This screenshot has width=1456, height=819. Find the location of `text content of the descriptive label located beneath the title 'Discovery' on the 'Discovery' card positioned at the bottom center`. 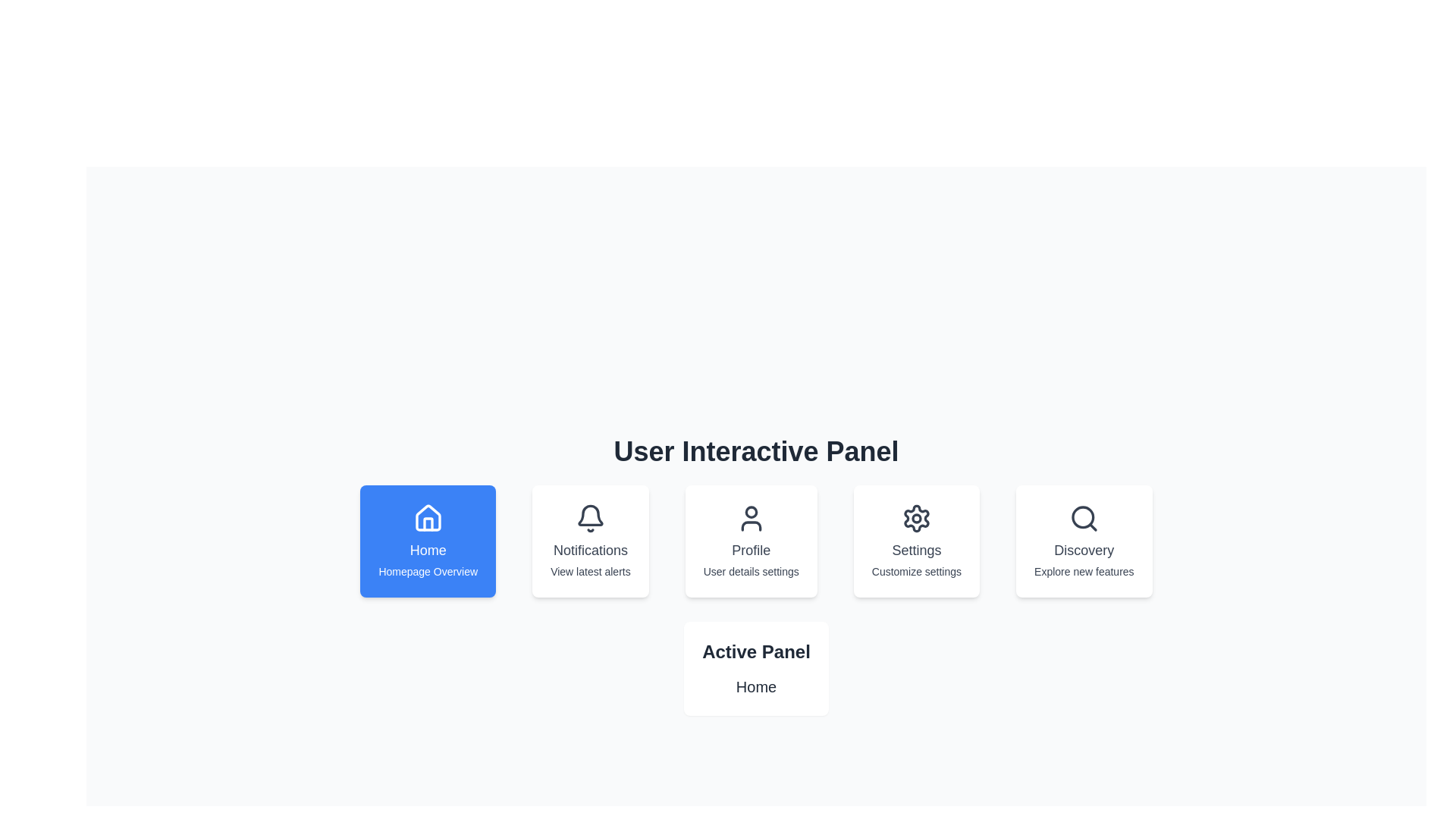

text content of the descriptive label located beneath the title 'Discovery' on the 'Discovery' card positioned at the bottom center is located at coordinates (1083, 571).